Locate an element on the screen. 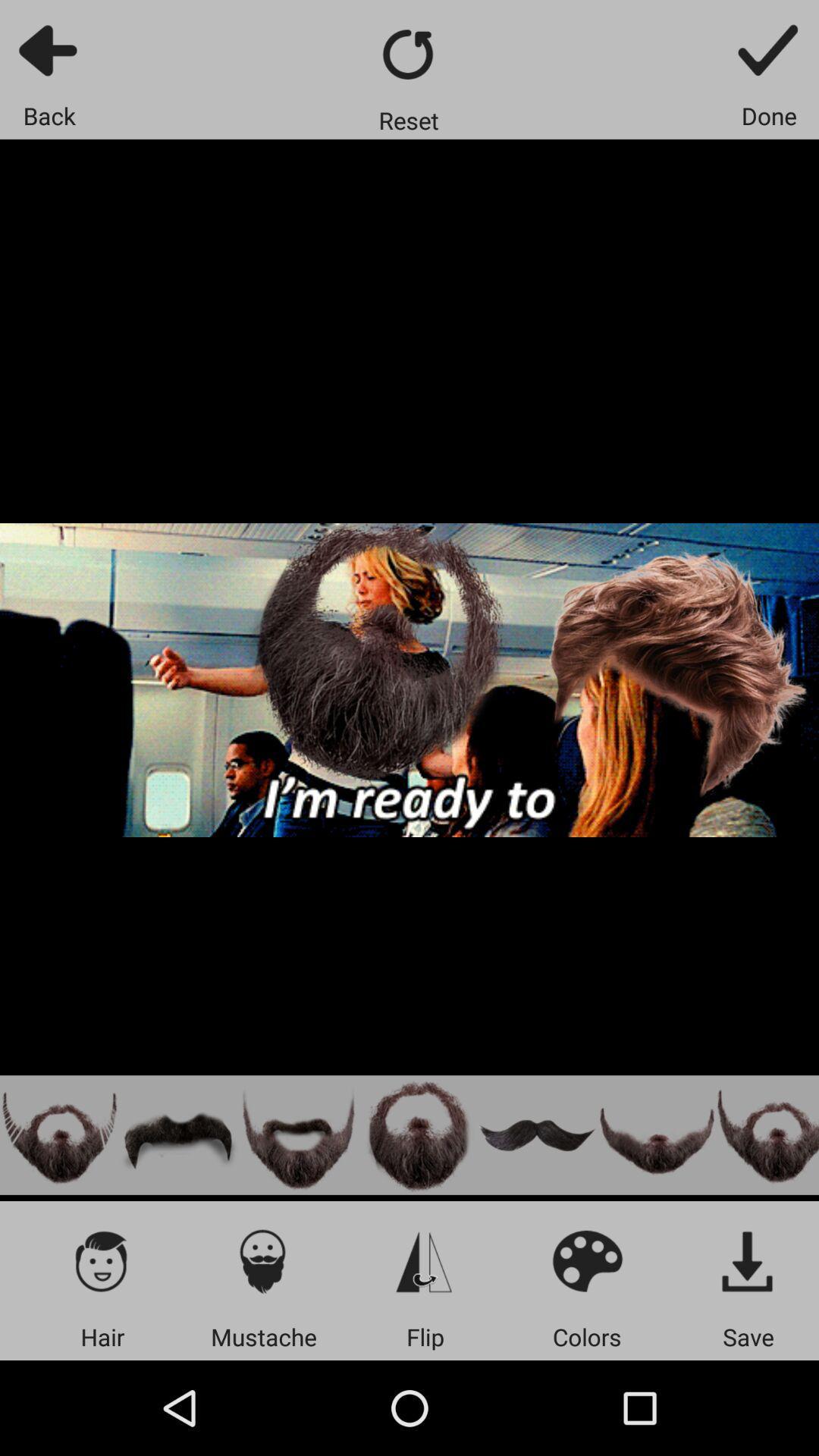  app above the mustache icon is located at coordinates (262, 1260).